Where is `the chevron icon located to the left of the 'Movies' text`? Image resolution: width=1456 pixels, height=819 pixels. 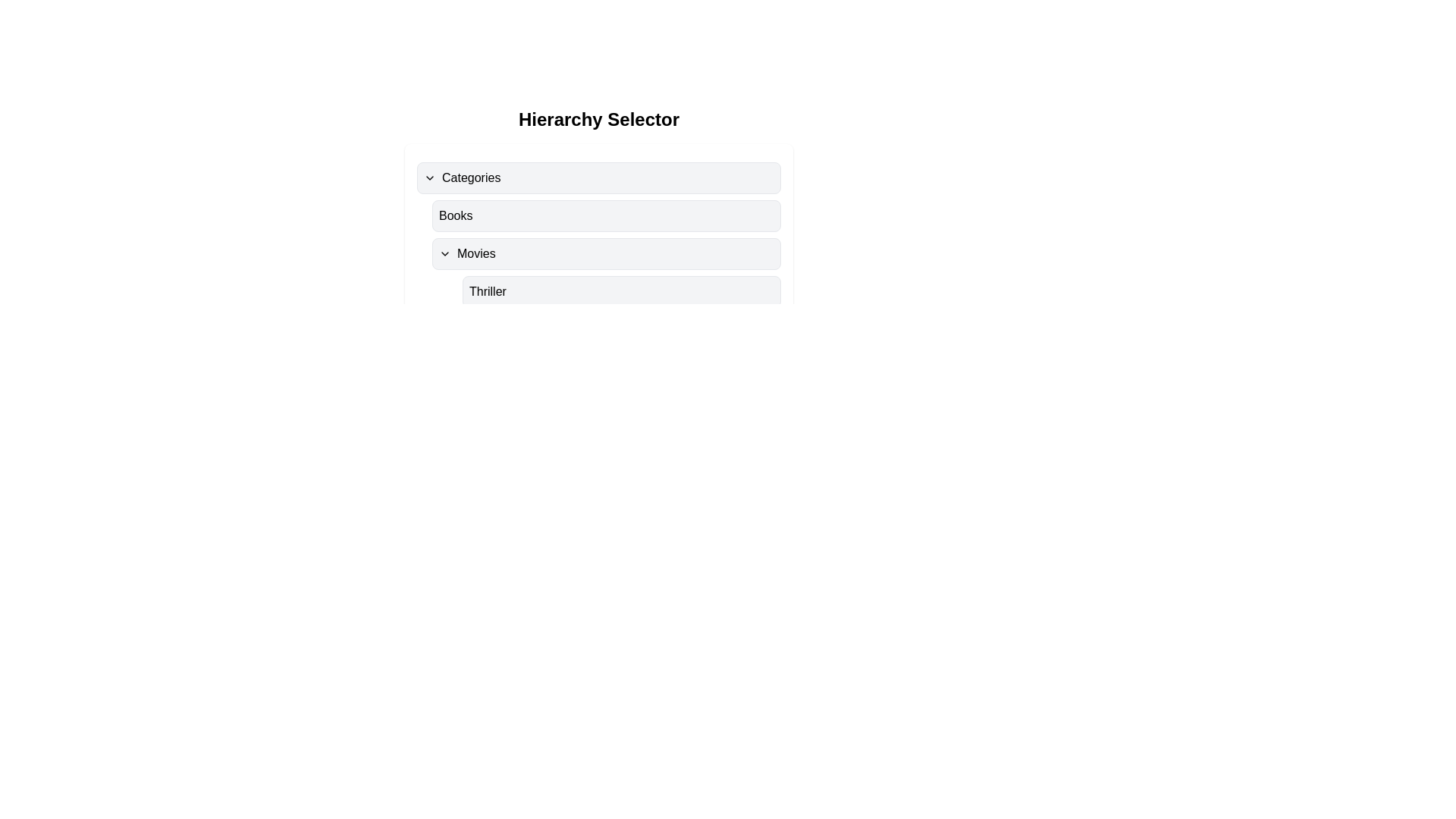 the chevron icon located to the left of the 'Movies' text is located at coordinates (444, 253).